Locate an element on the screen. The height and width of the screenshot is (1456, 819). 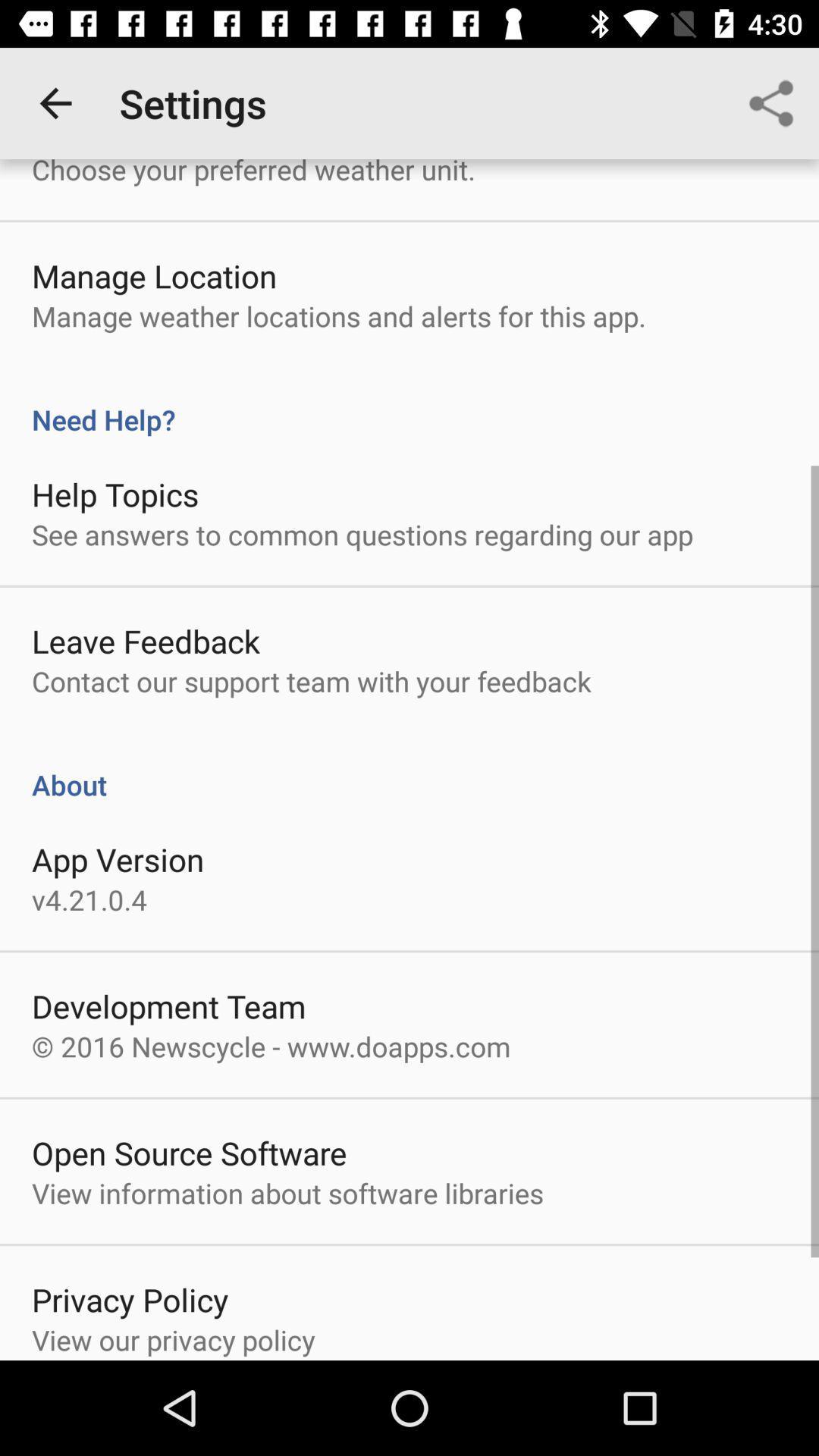
item below the development team is located at coordinates (270, 1046).